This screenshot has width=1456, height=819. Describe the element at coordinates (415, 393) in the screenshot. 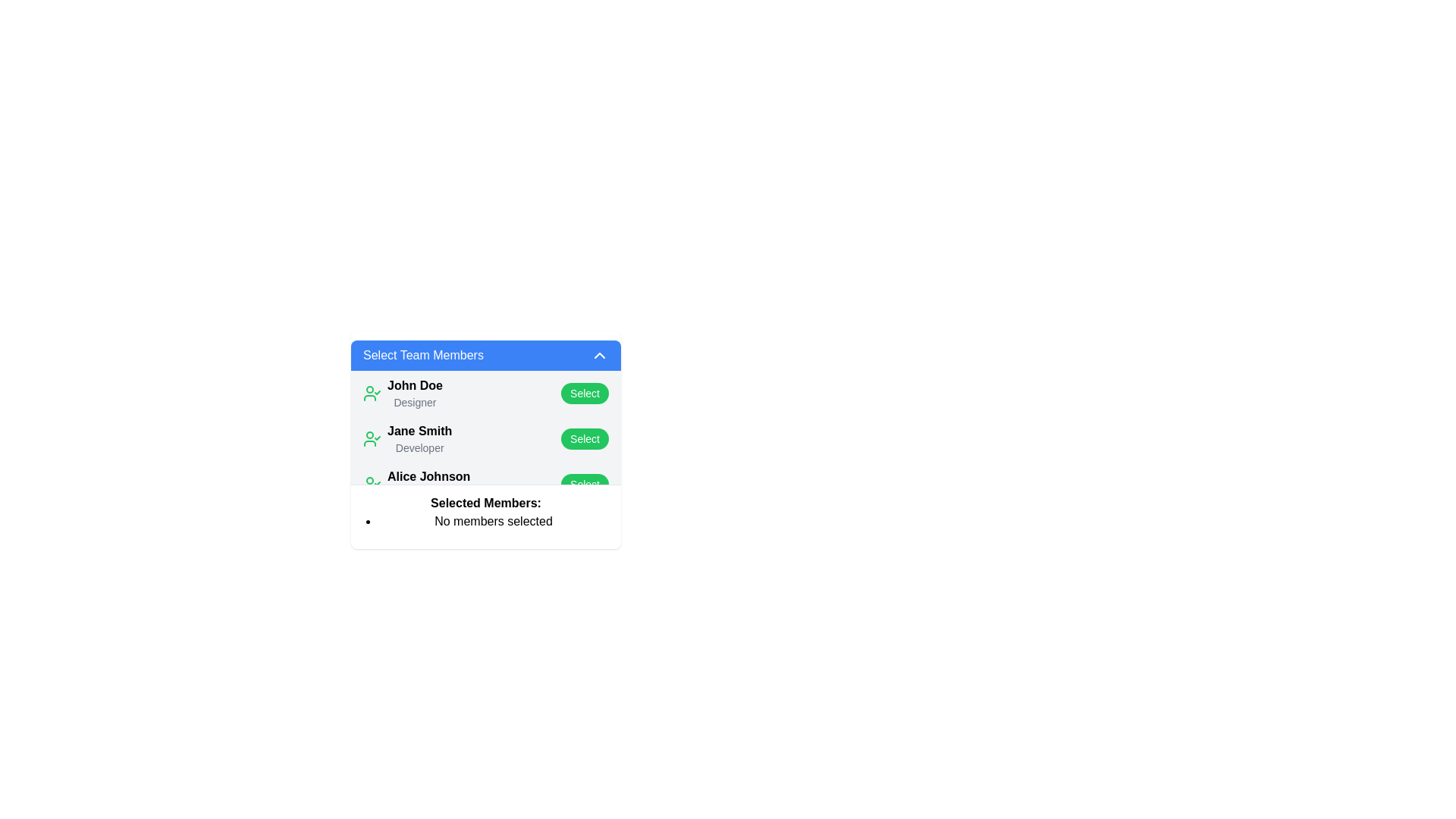

I see `the content of the Text Label displaying the name and role of a team member, which is the first entry in the 'Select Team Members' list, located near the top of the interface` at that location.